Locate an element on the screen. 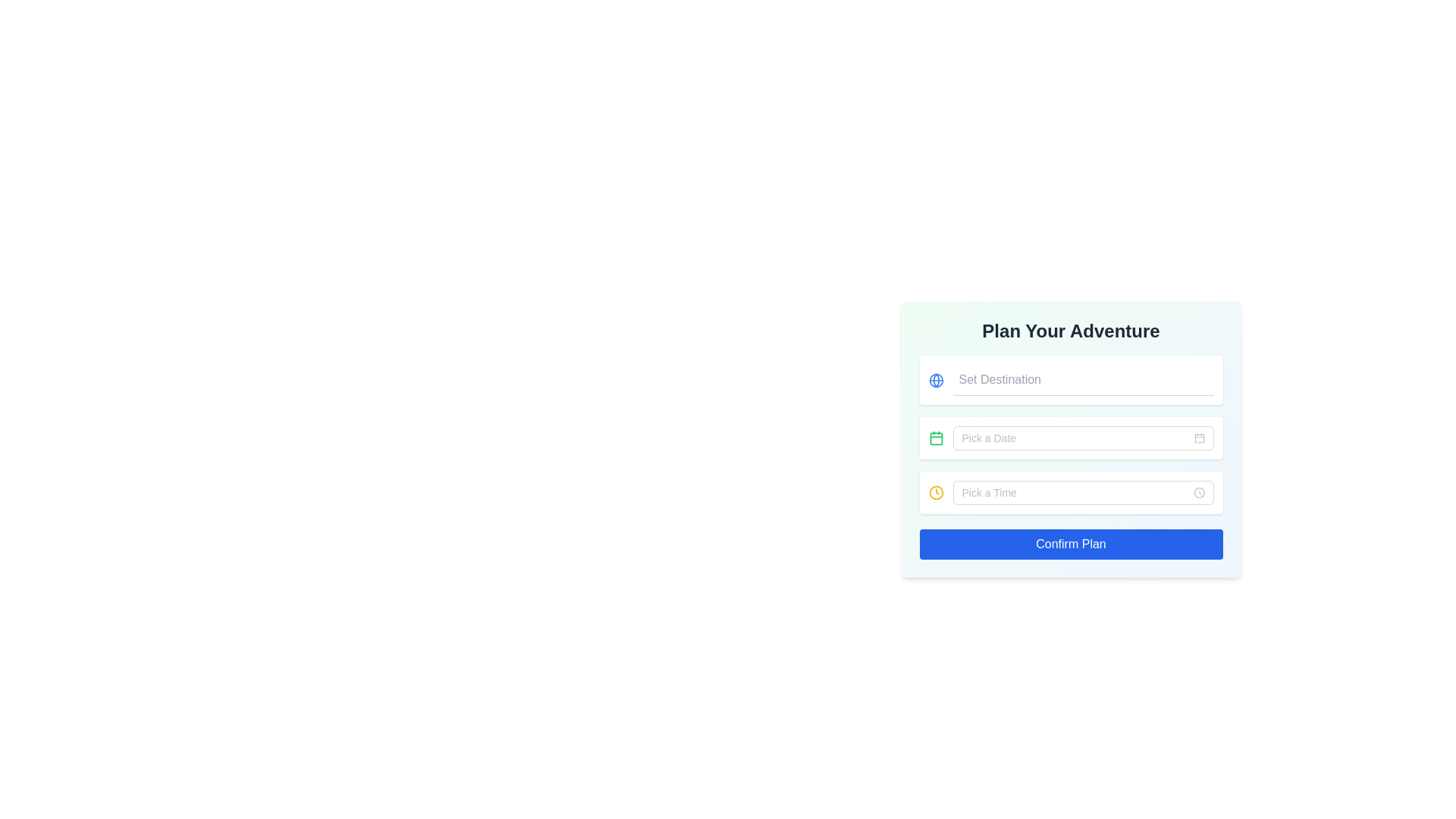  the date picker icon located on the left side of the 'Pick a Date' input field within the 'Plan Your Adventure' panel is located at coordinates (935, 438).